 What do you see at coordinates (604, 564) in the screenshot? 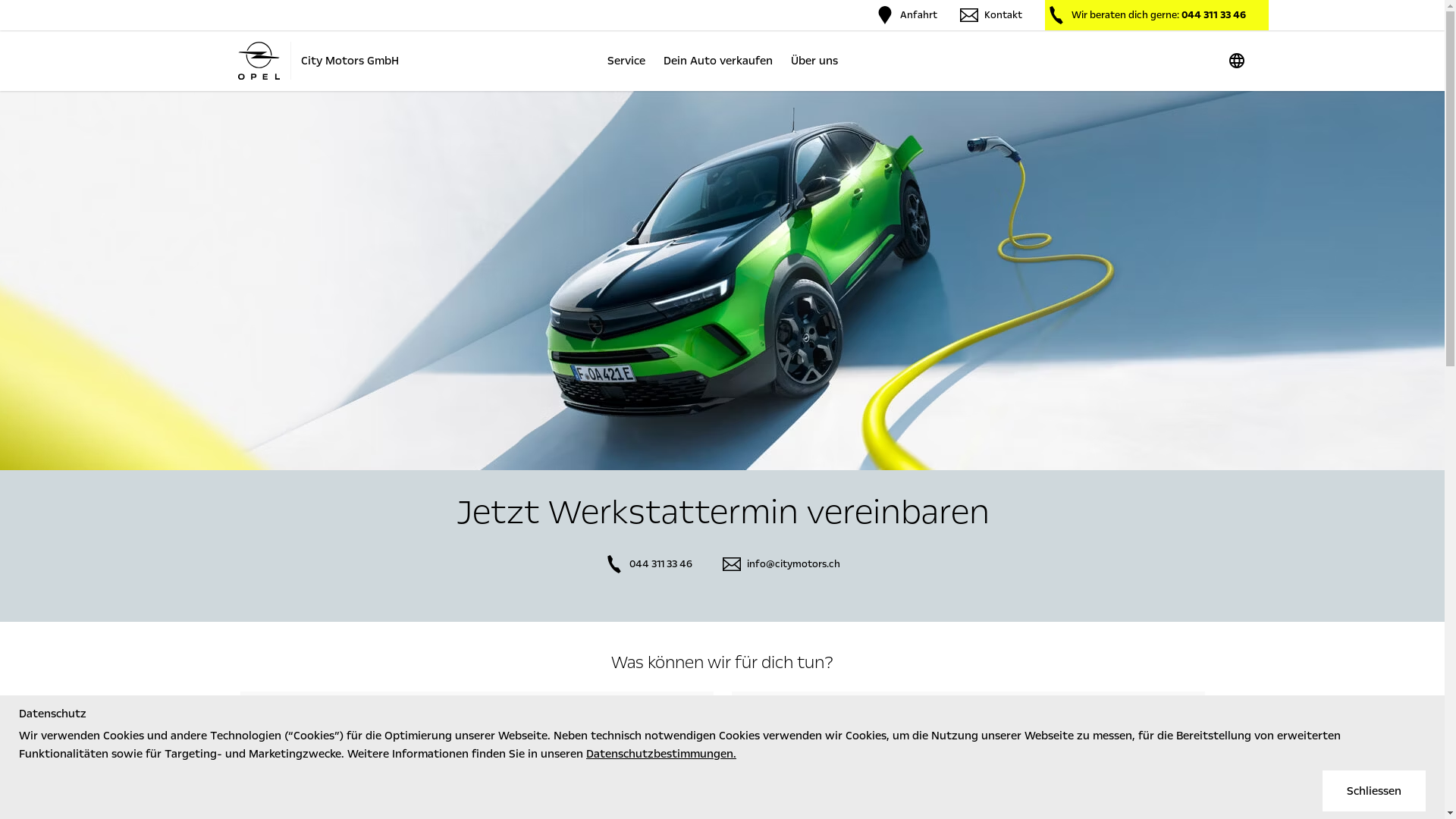
I see `'044 311 33 46'` at bounding box center [604, 564].